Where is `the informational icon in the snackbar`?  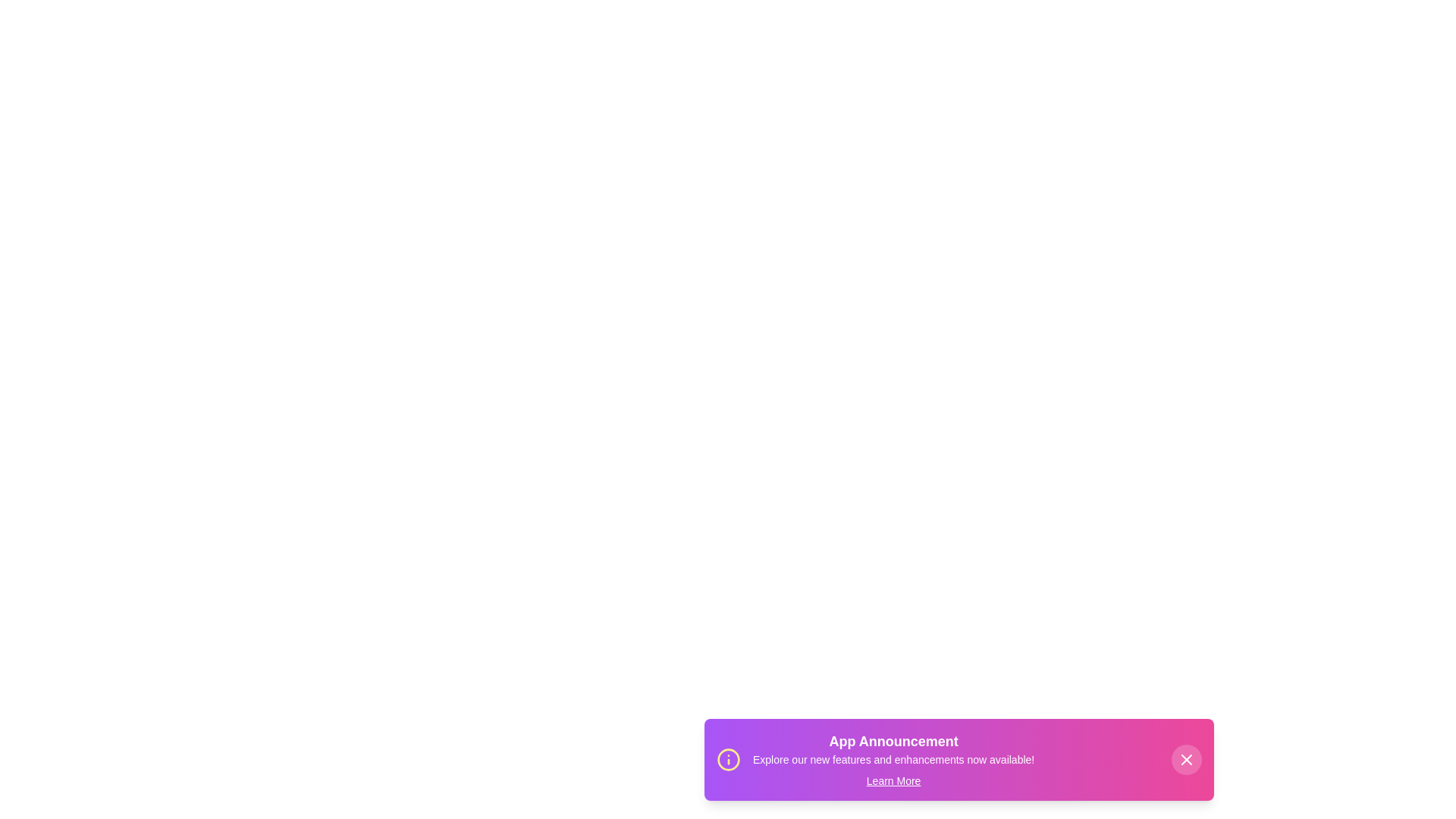 the informational icon in the snackbar is located at coordinates (728, 760).